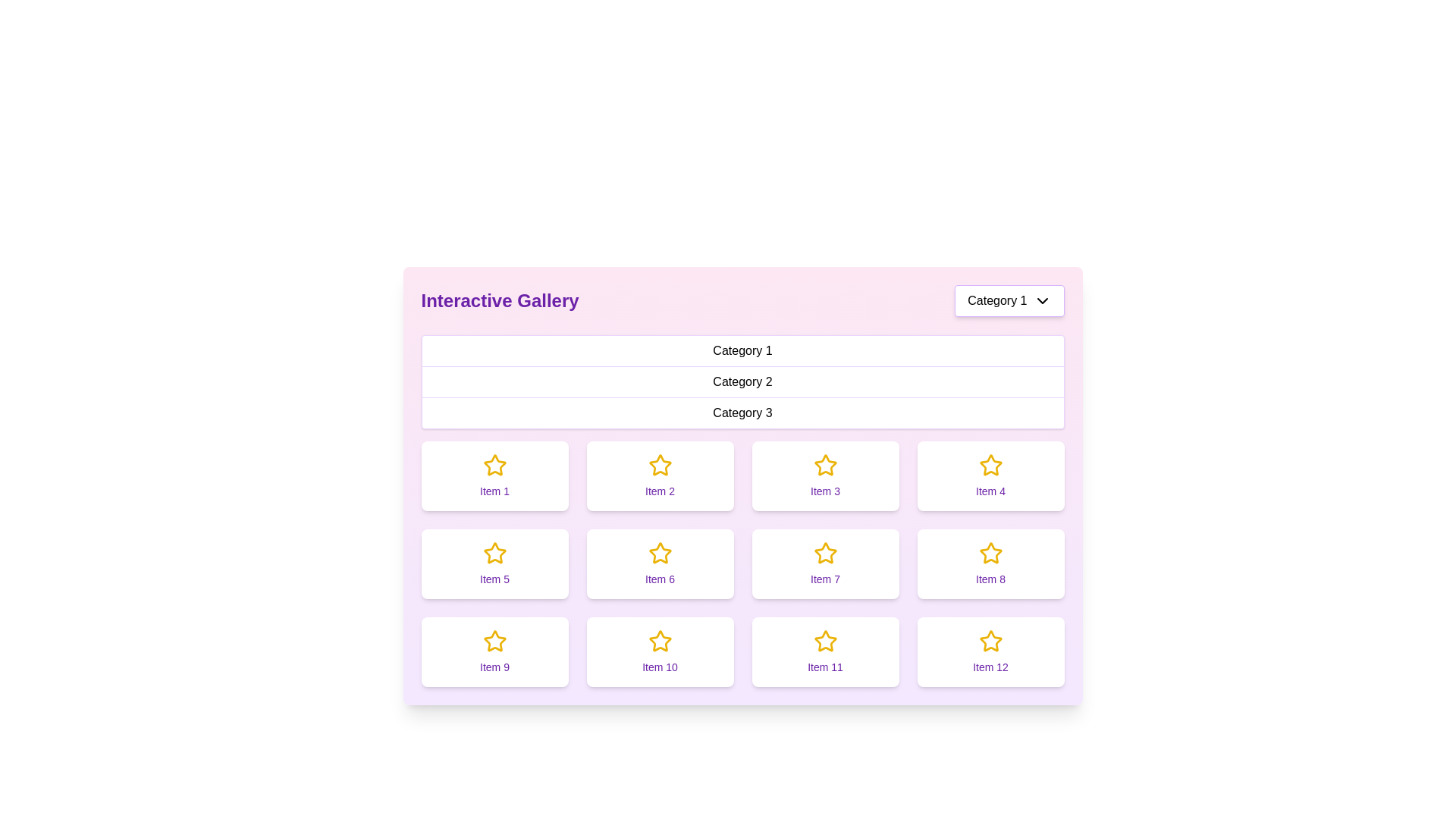 The height and width of the screenshot is (819, 1456). Describe the element at coordinates (660, 553) in the screenshot. I see `the gold-colored star icon with a rounded outline located in the 'Item 6' card of the 'Interactive Gallery' section` at that location.